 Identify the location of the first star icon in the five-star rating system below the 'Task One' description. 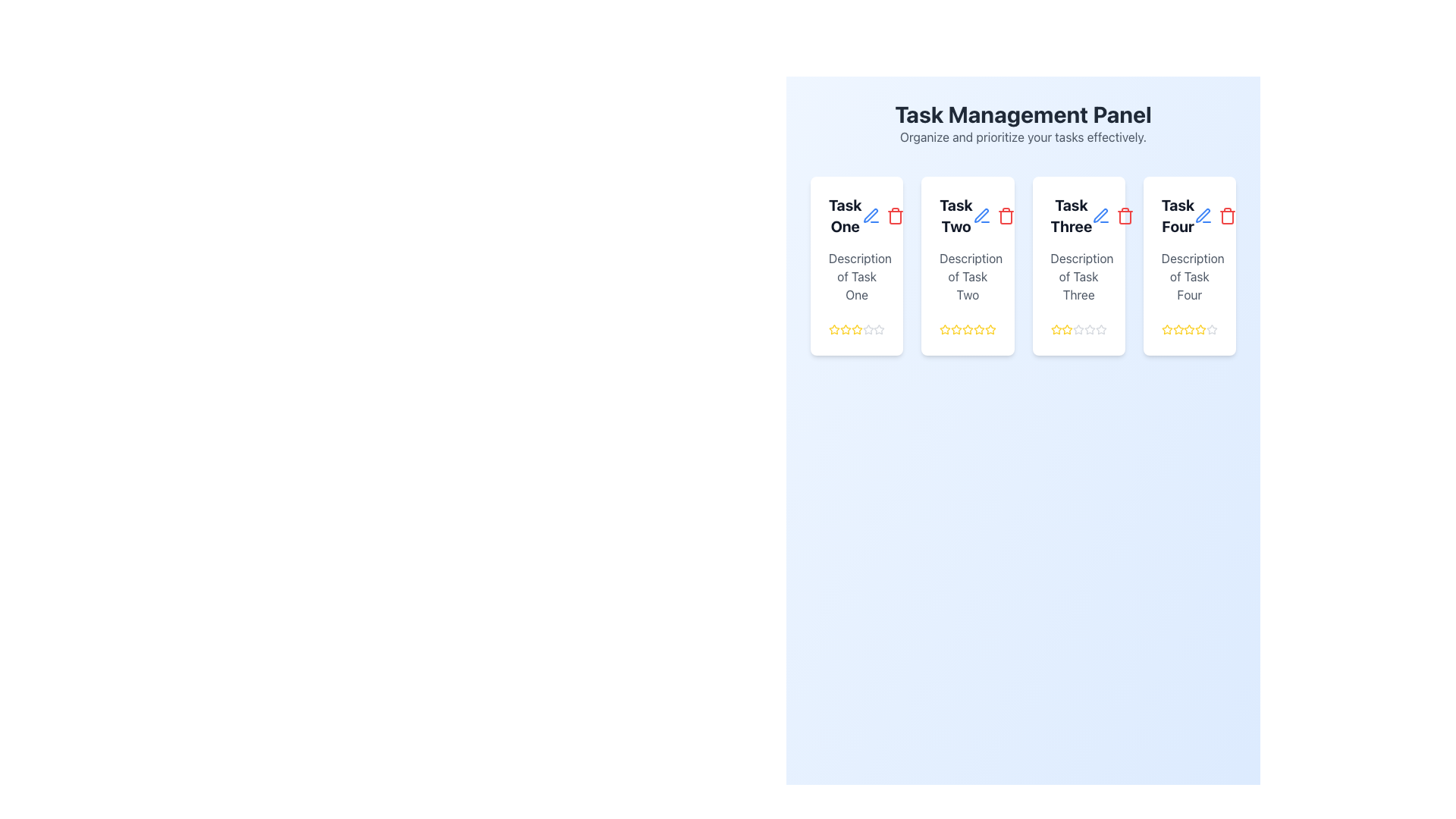
(833, 329).